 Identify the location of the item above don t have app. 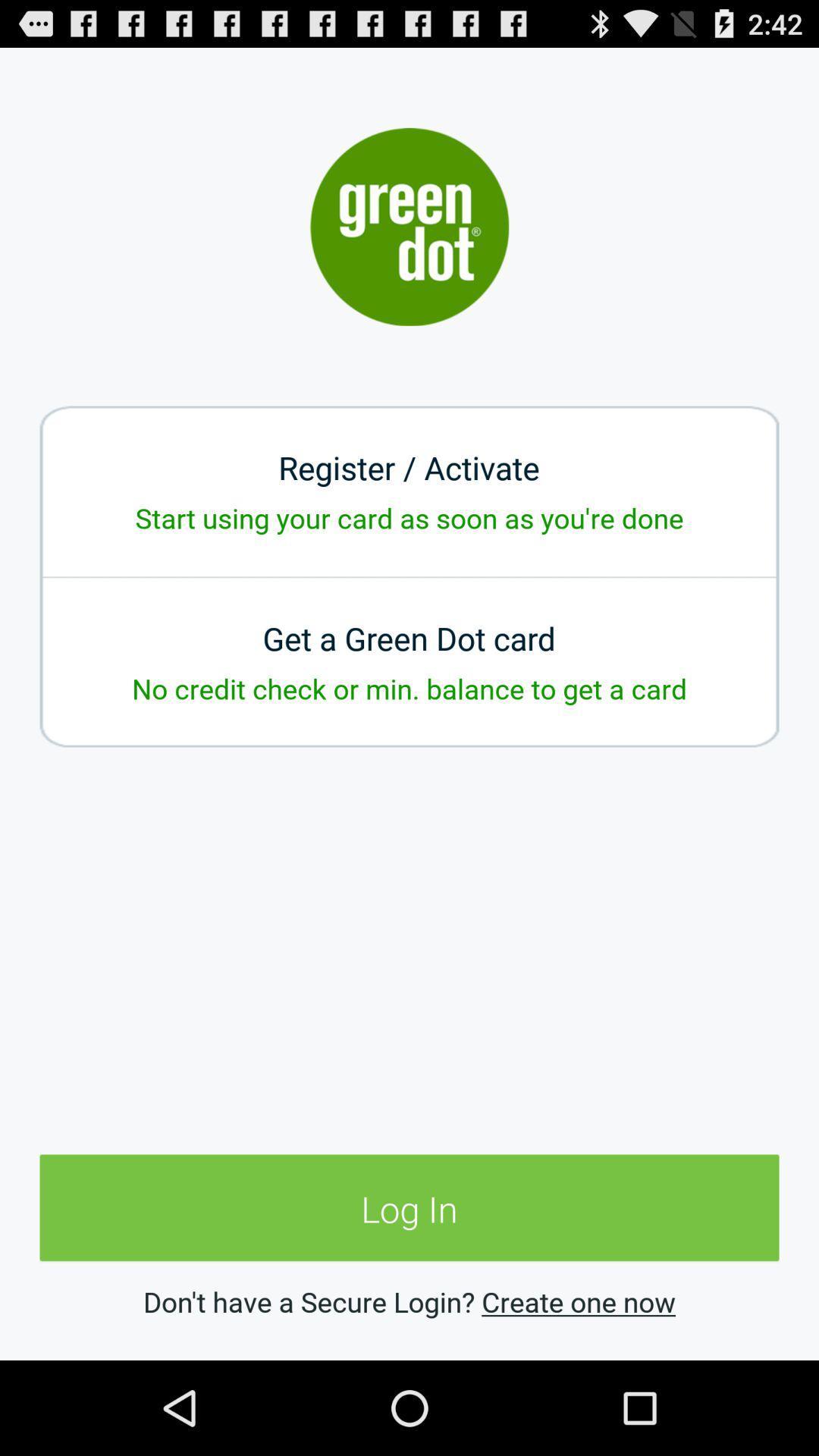
(409, 1208).